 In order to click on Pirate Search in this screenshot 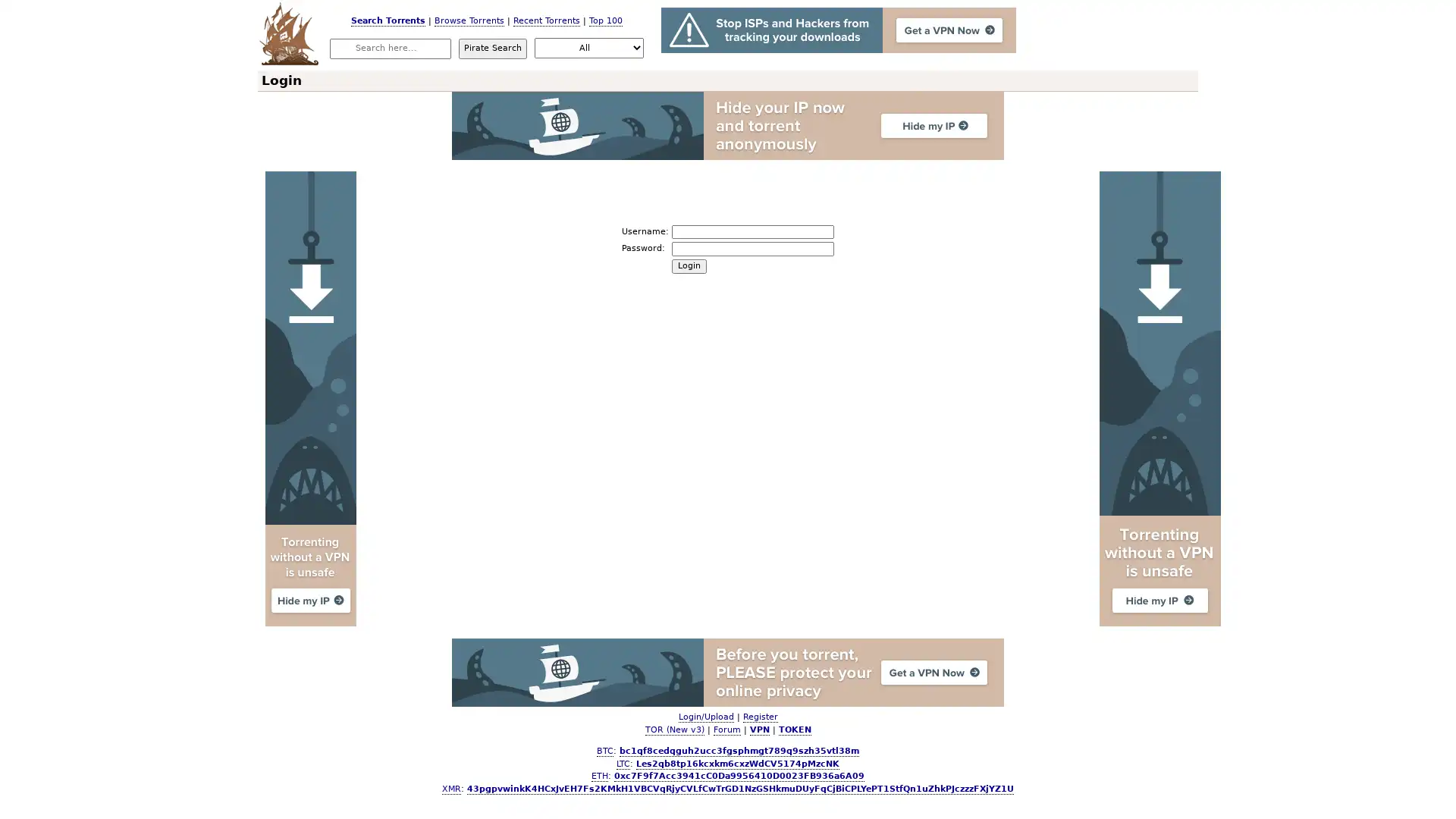, I will do `click(492, 47)`.